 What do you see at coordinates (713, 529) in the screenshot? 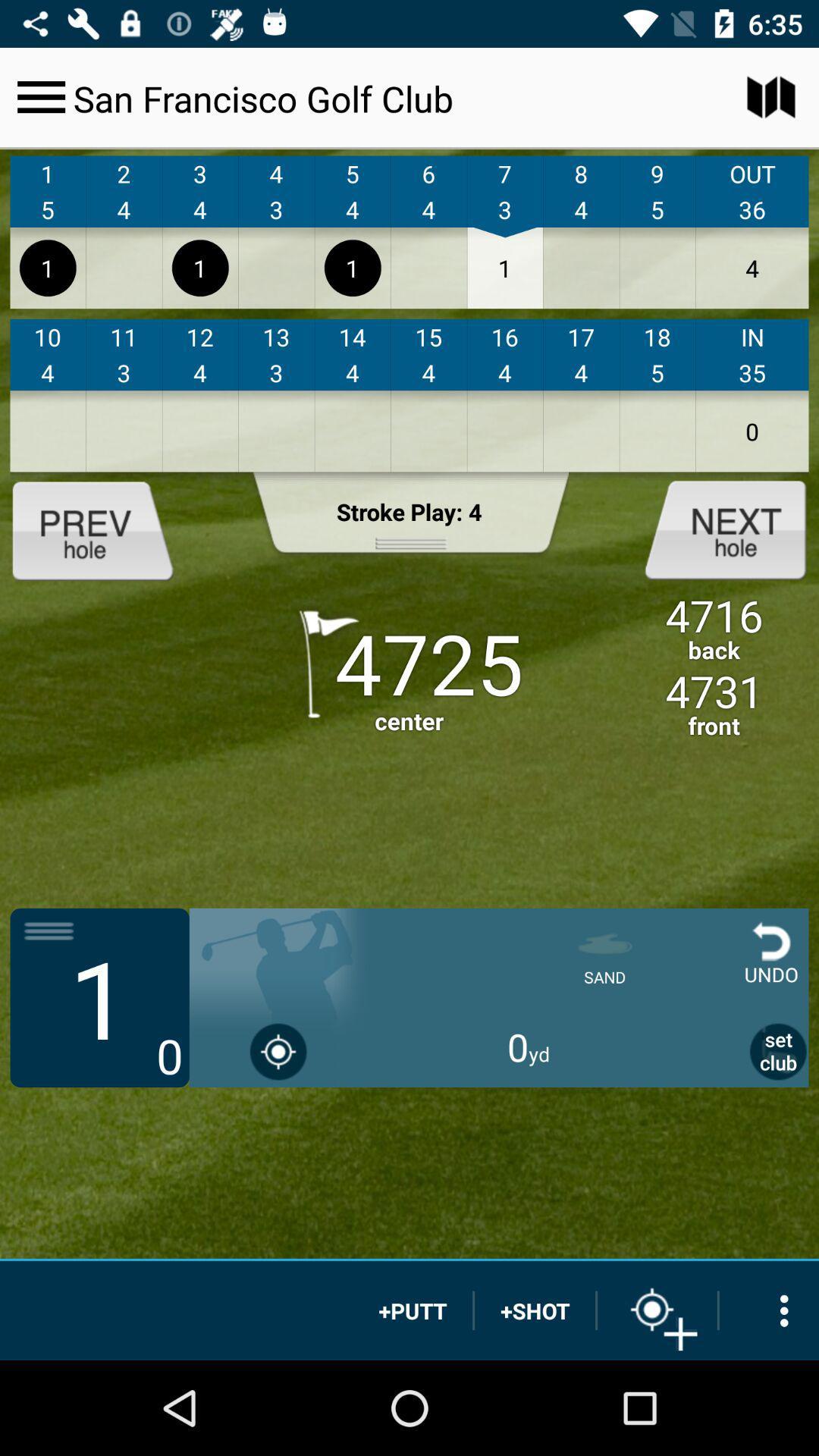
I see `next options` at bounding box center [713, 529].